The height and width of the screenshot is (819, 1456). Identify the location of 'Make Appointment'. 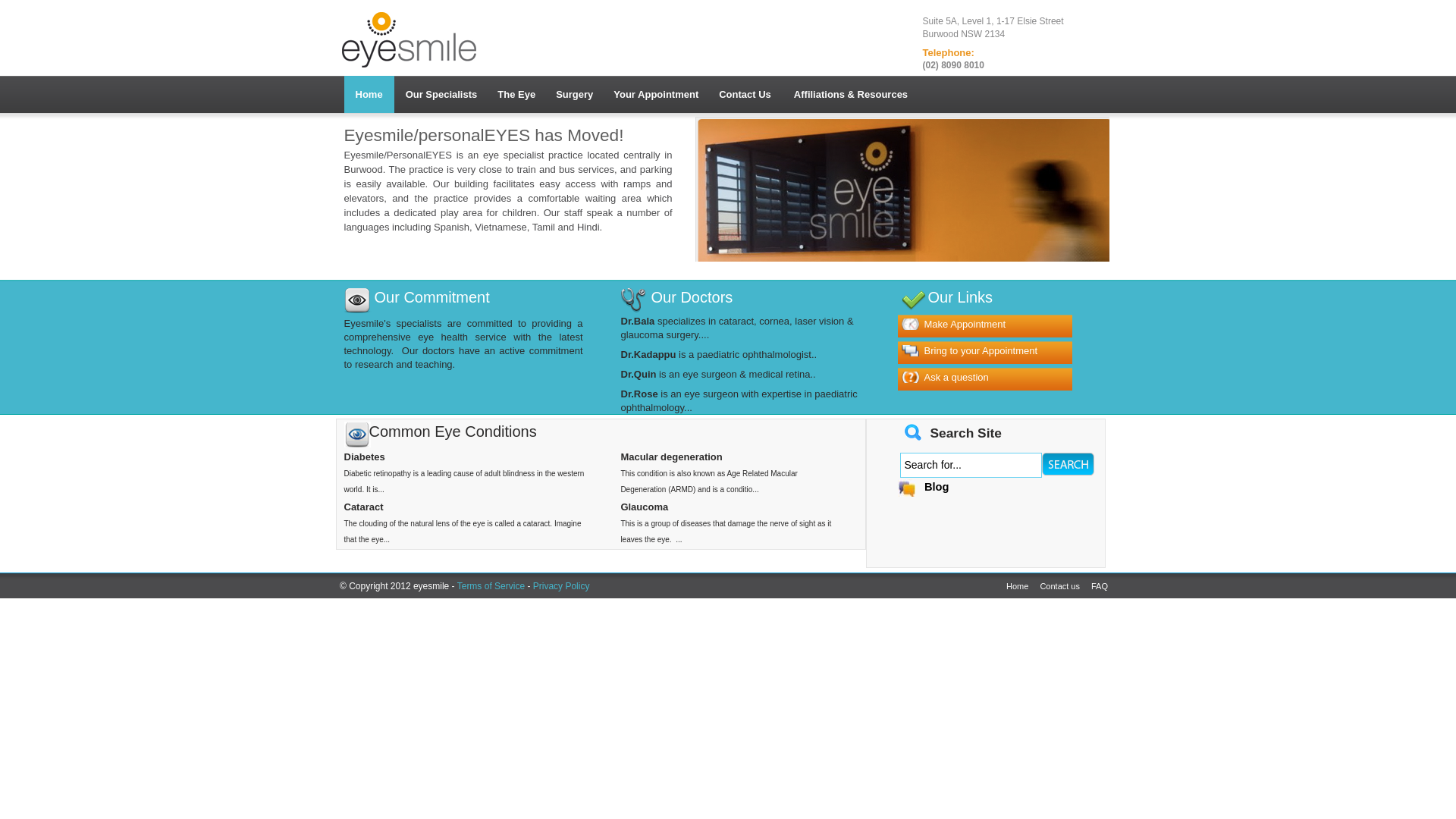
(901, 323).